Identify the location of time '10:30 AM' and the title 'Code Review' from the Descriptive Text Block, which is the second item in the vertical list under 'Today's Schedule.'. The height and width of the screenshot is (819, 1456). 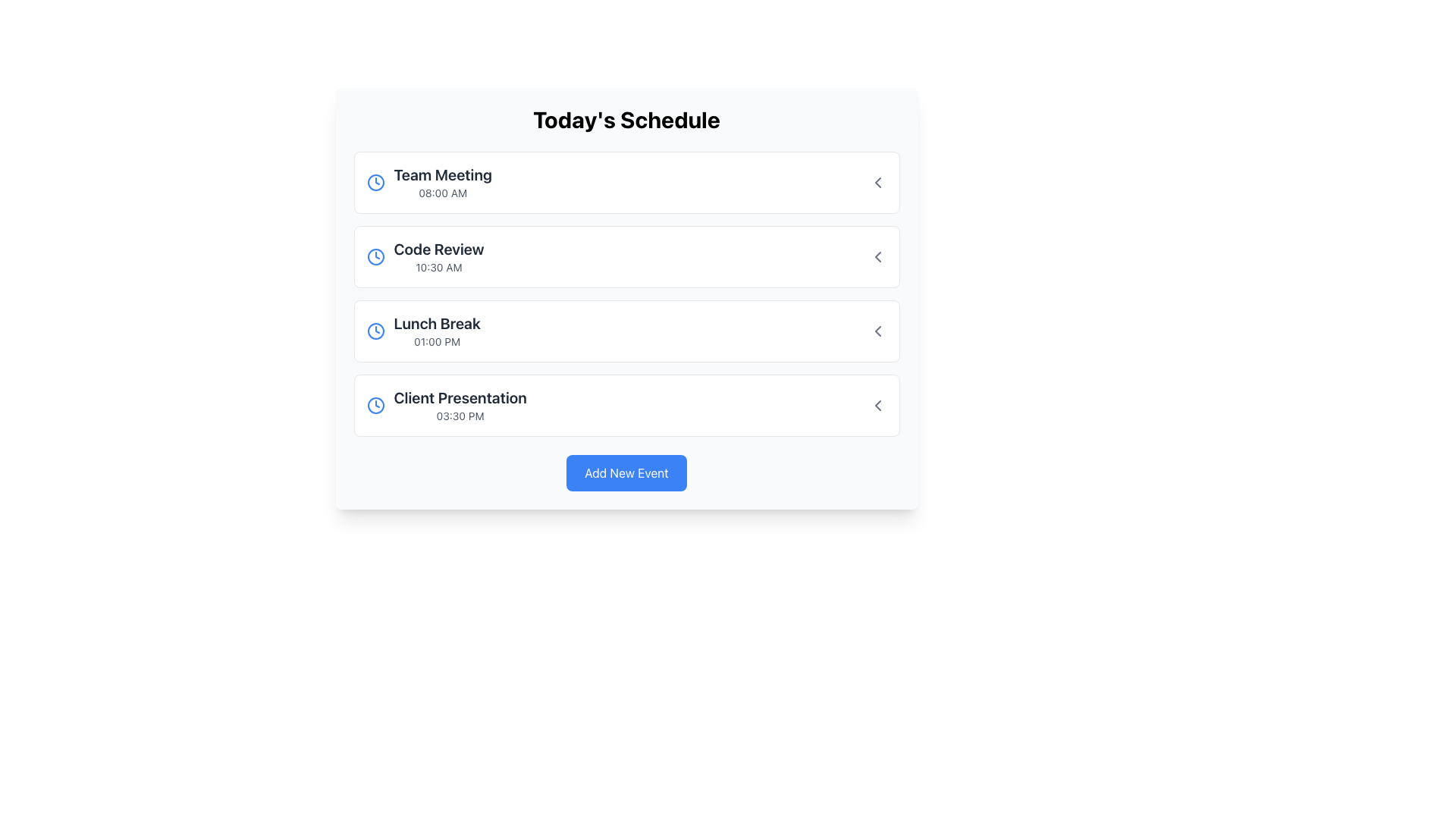
(438, 256).